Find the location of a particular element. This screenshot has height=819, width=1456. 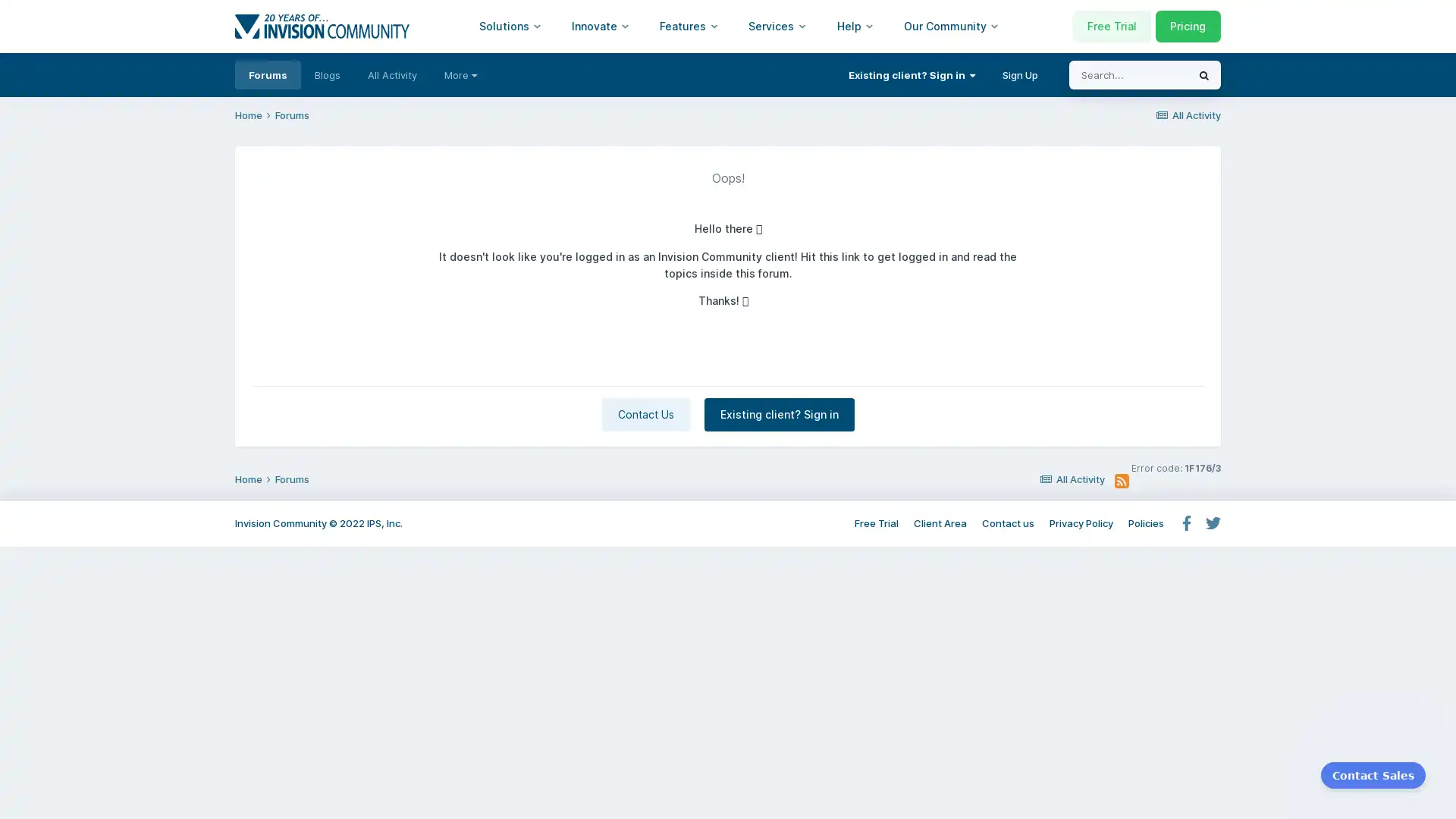

Solutions is located at coordinates (510, 26).